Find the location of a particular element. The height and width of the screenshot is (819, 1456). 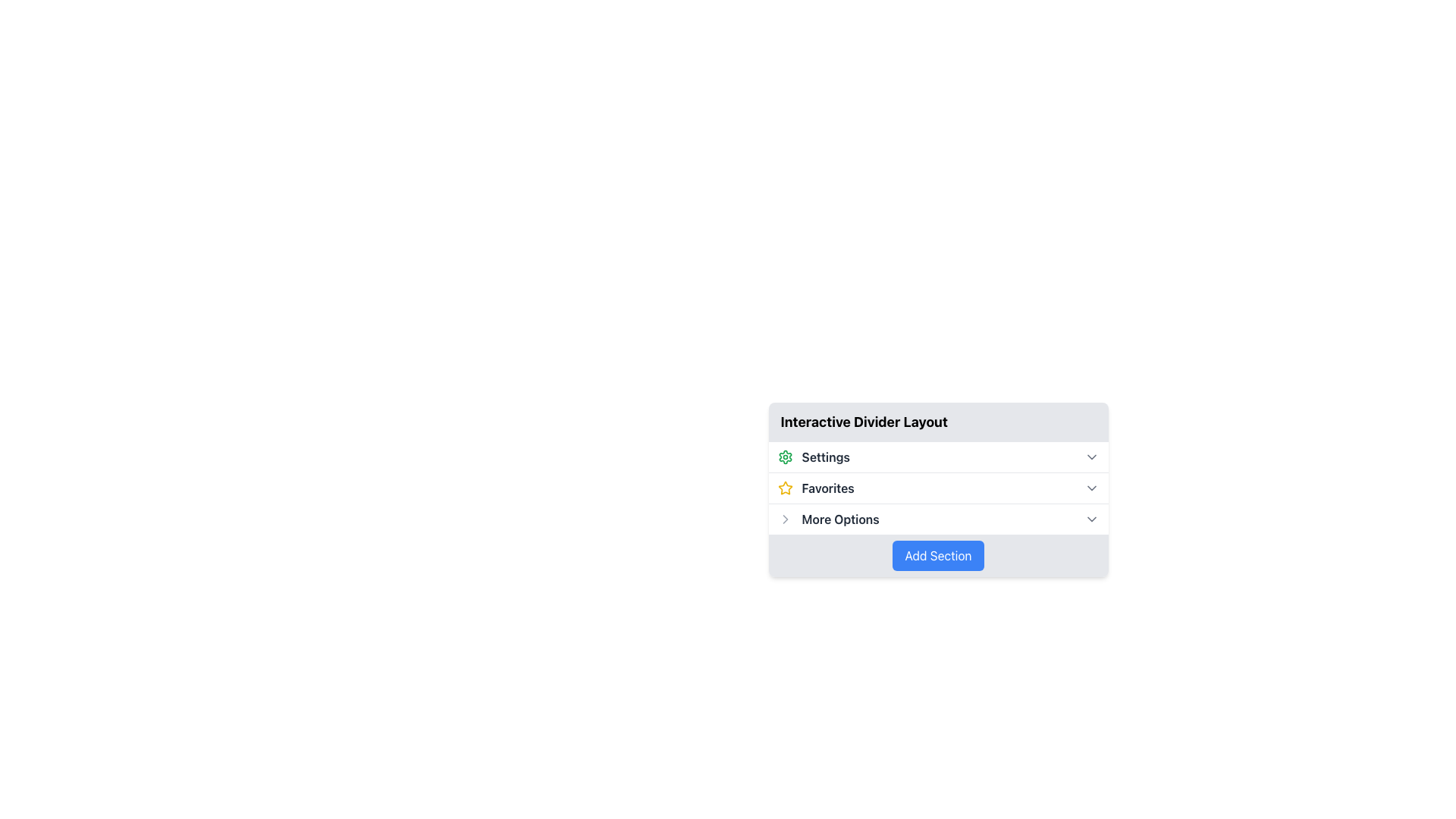

the 'More Options' dropdown option, which is the third option is located at coordinates (937, 519).